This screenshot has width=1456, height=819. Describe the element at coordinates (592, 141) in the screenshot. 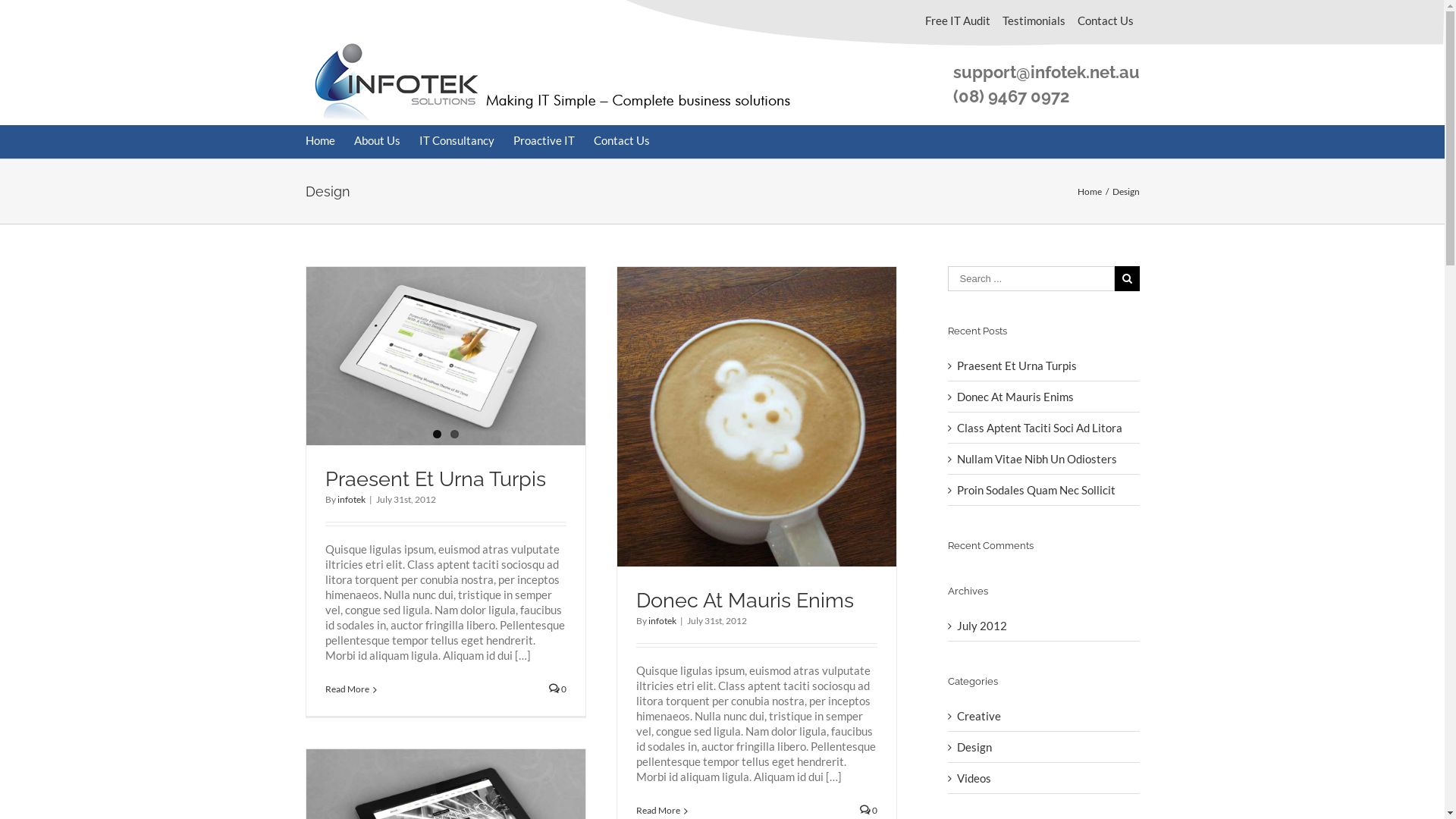

I see `'Contact Us'` at that location.